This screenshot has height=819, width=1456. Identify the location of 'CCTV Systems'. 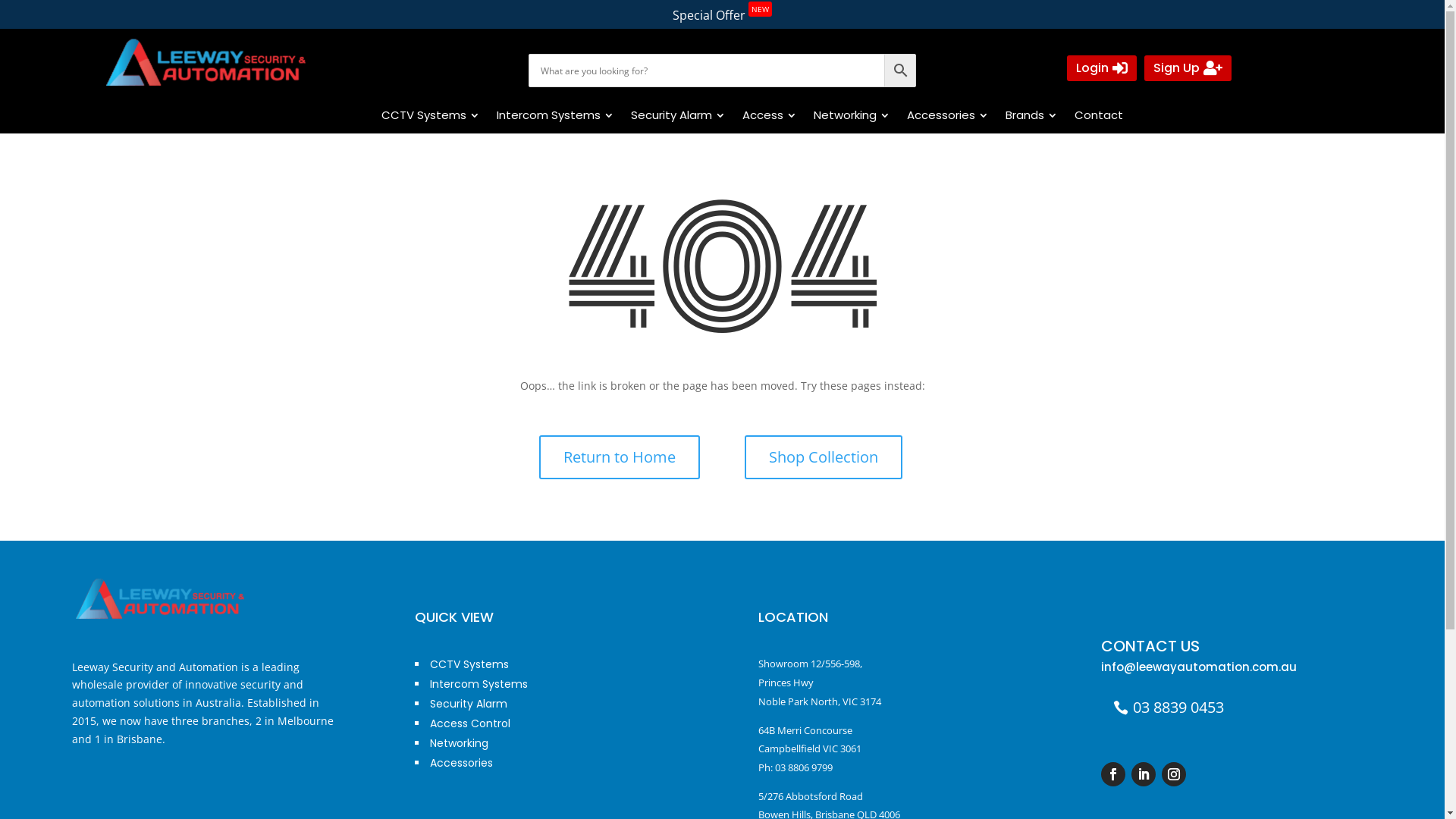
(428, 663).